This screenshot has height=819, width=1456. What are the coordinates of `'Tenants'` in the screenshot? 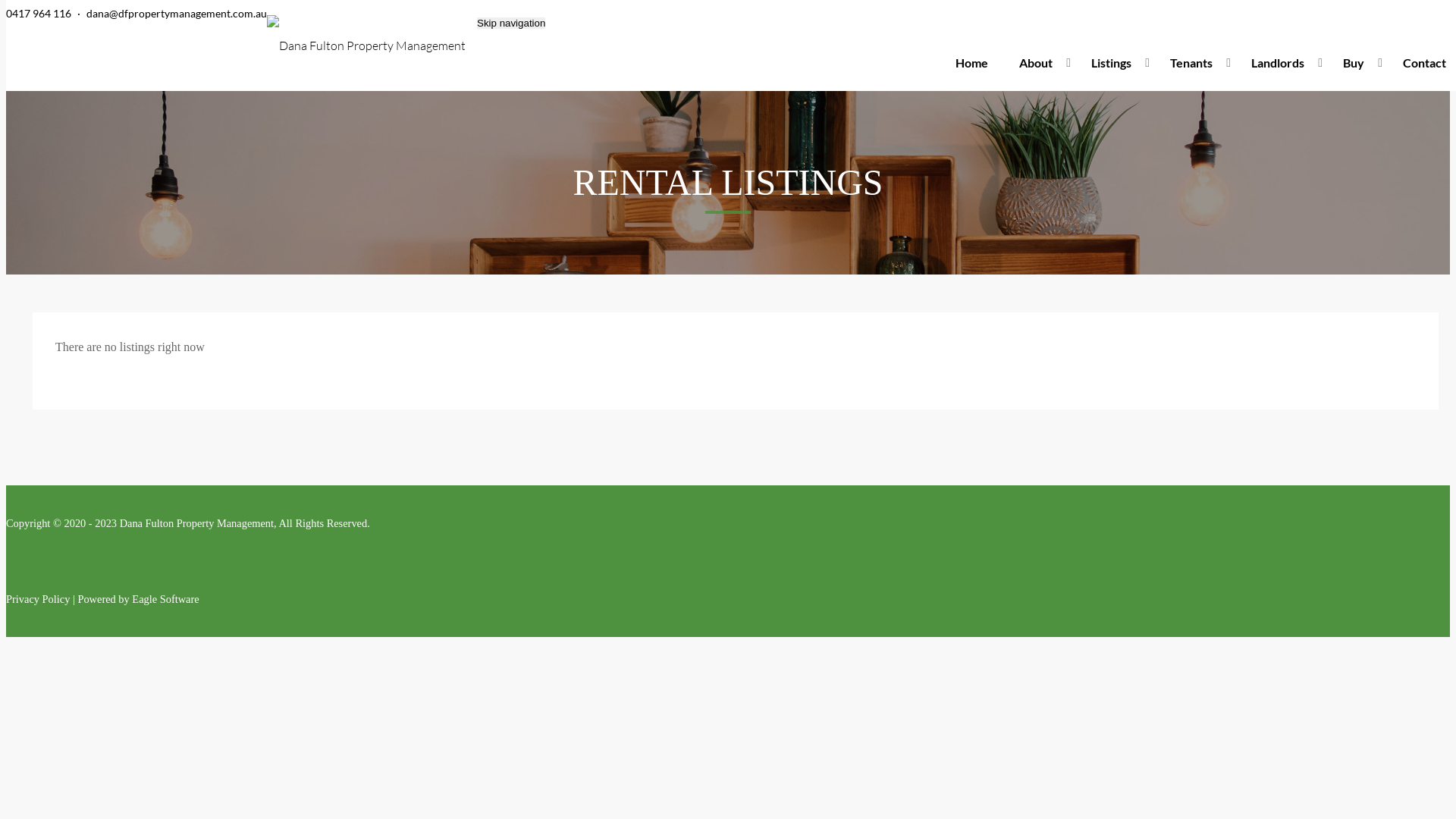 It's located at (1194, 62).